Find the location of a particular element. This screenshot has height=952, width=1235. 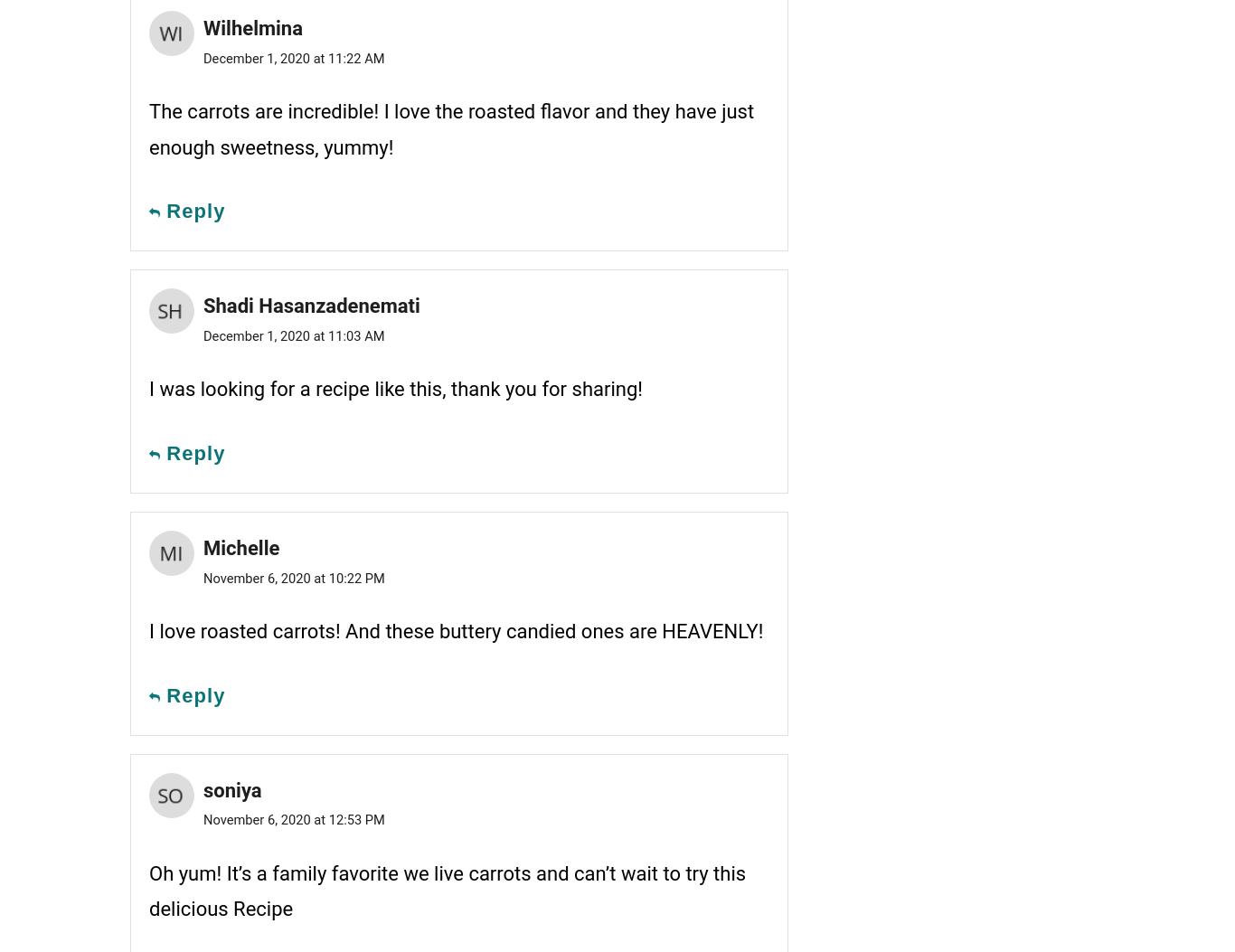

'December 1, 2020 at 11:03 AM' is located at coordinates (202, 334).